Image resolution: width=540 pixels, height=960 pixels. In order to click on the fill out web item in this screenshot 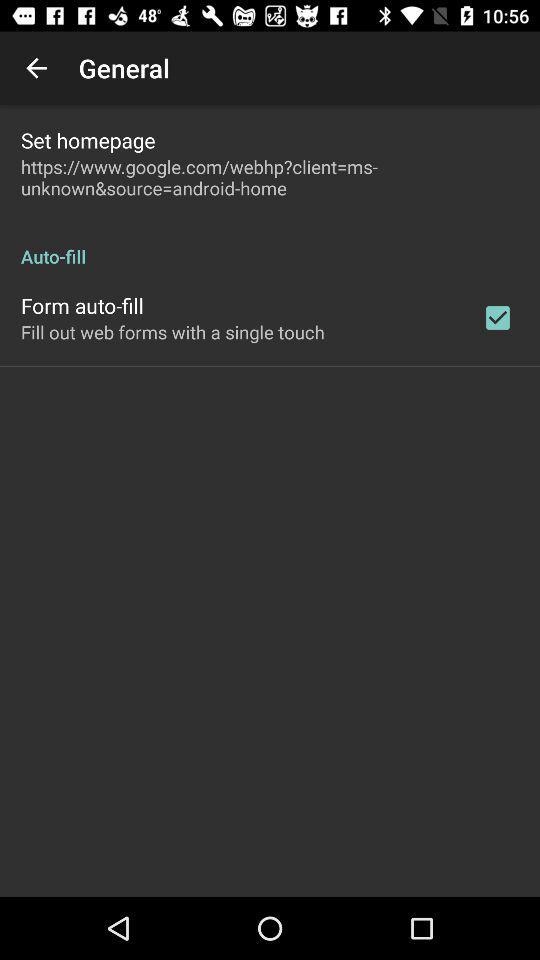, I will do `click(172, 332)`.